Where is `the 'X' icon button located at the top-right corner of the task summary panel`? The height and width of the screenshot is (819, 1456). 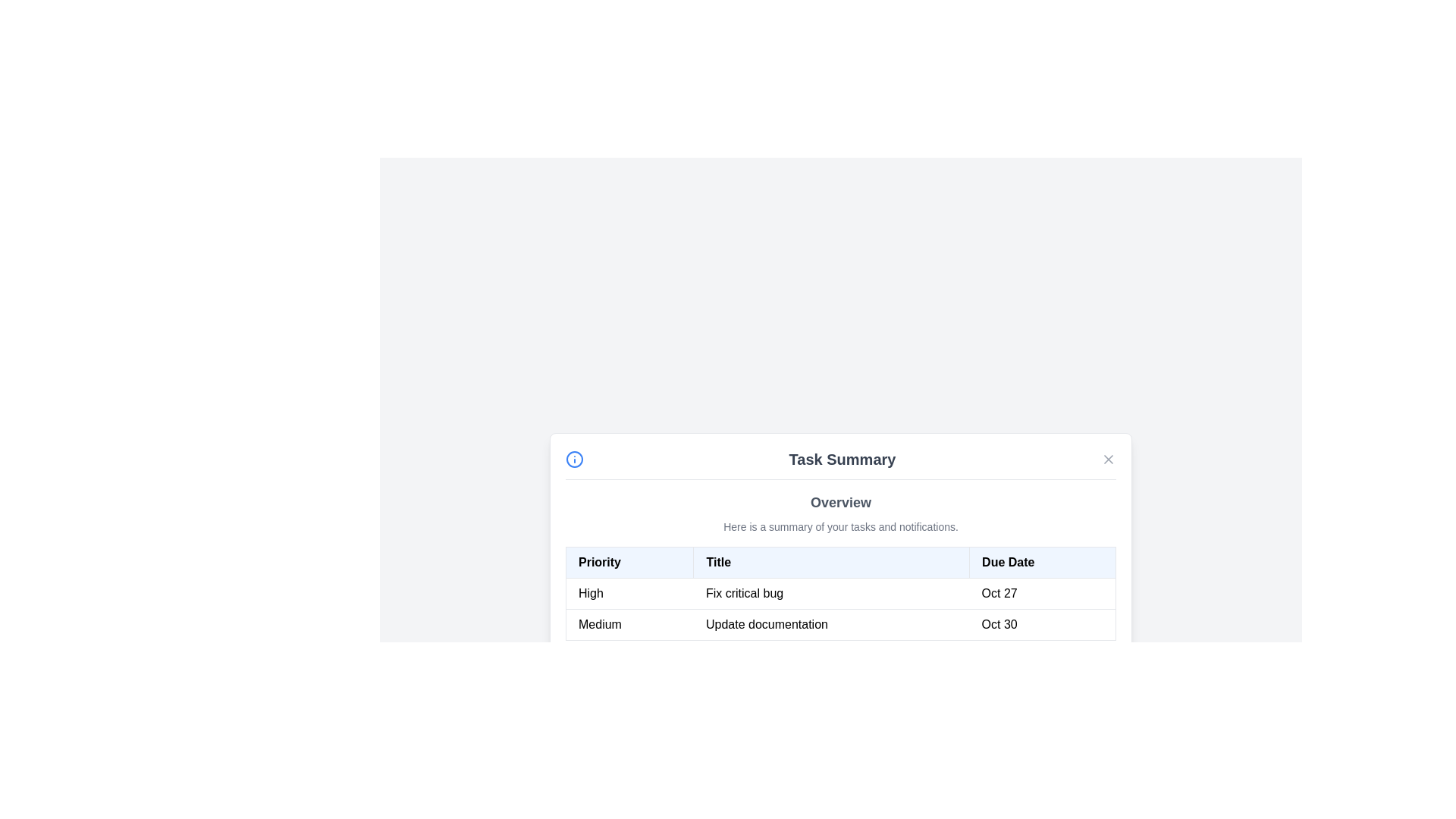 the 'X' icon button located at the top-right corner of the task summary panel is located at coordinates (1109, 458).